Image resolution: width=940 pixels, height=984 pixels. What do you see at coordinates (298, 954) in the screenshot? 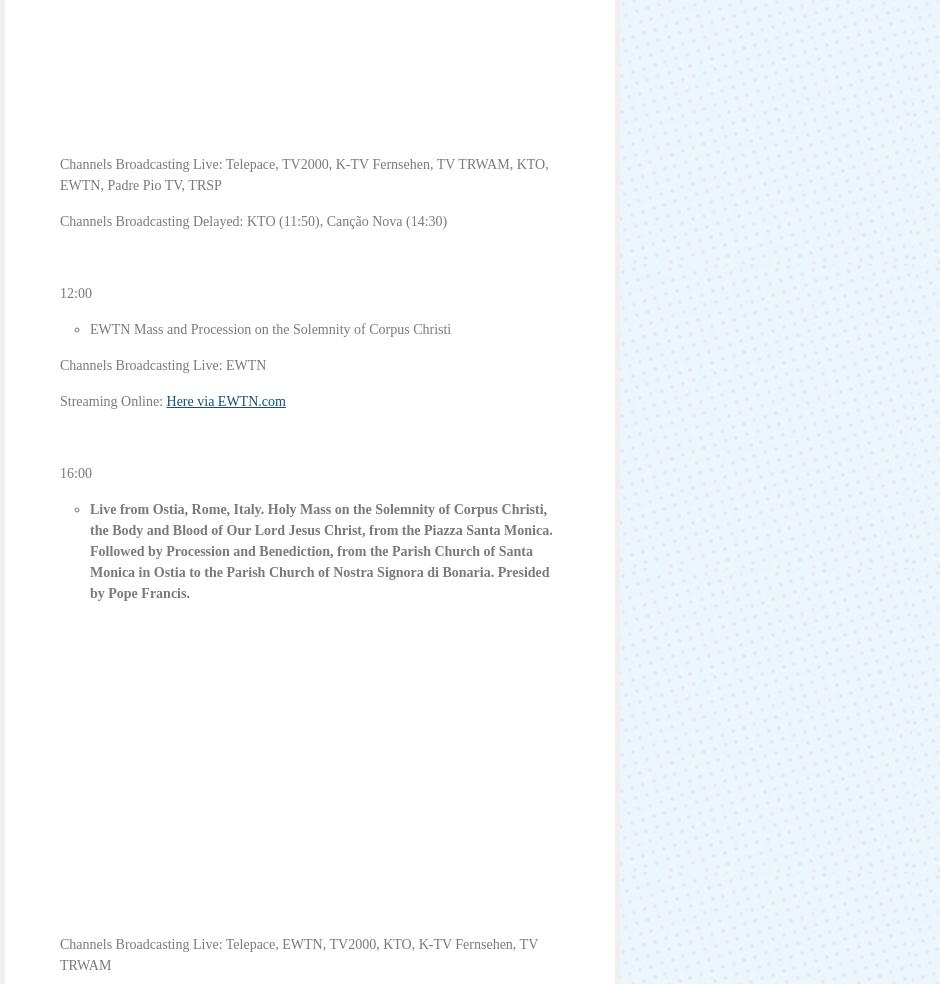
I see `'Channels Broadcasting Live: Telepace, EWTN, TV2000, KTO, K-TV Fernsehen, TV TRWAM'` at bounding box center [298, 954].